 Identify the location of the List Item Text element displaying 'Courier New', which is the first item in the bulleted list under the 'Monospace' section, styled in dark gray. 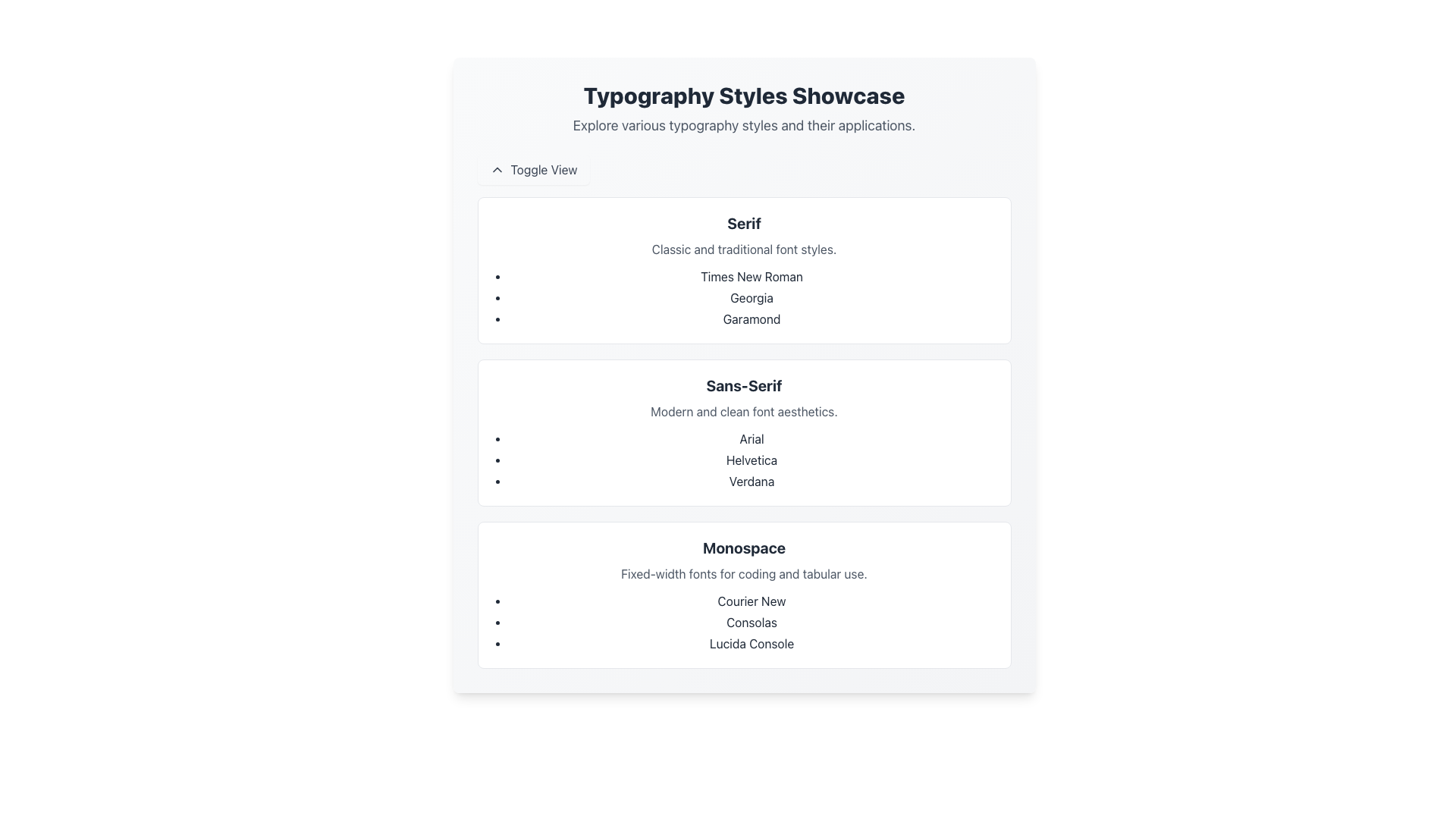
(752, 601).